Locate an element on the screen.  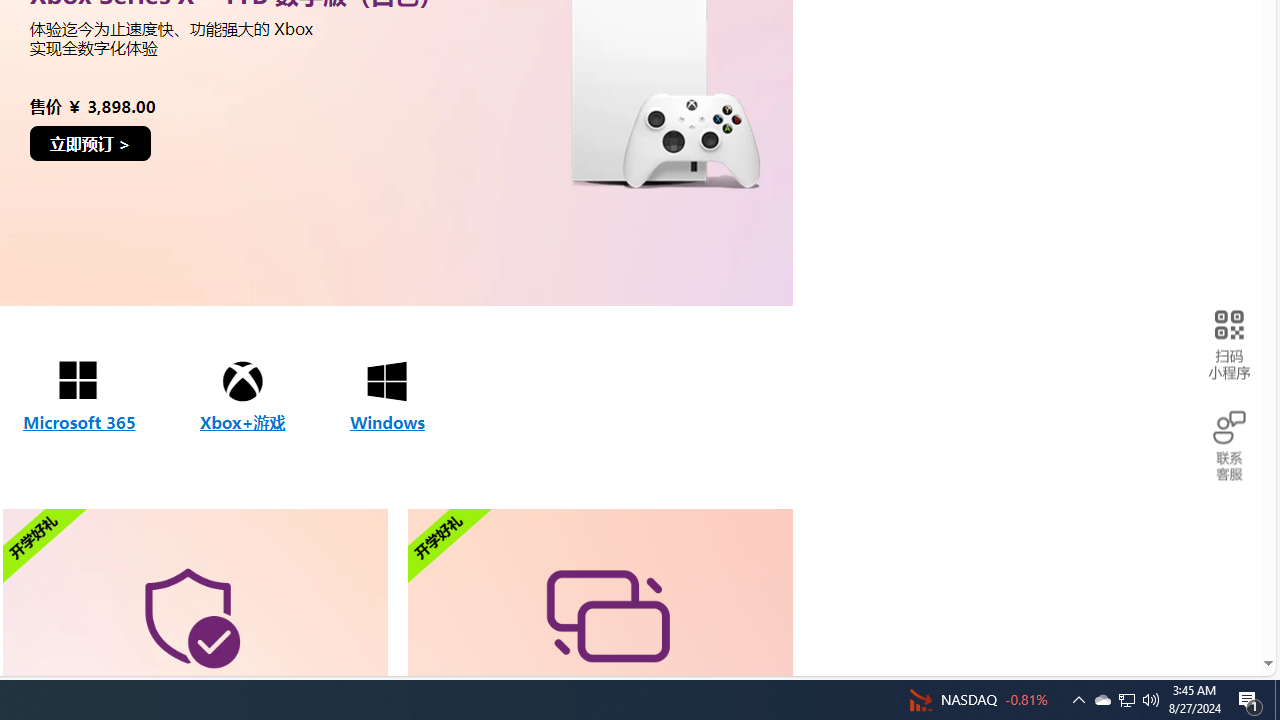
'Windows' is located at coordinates (387, 397).